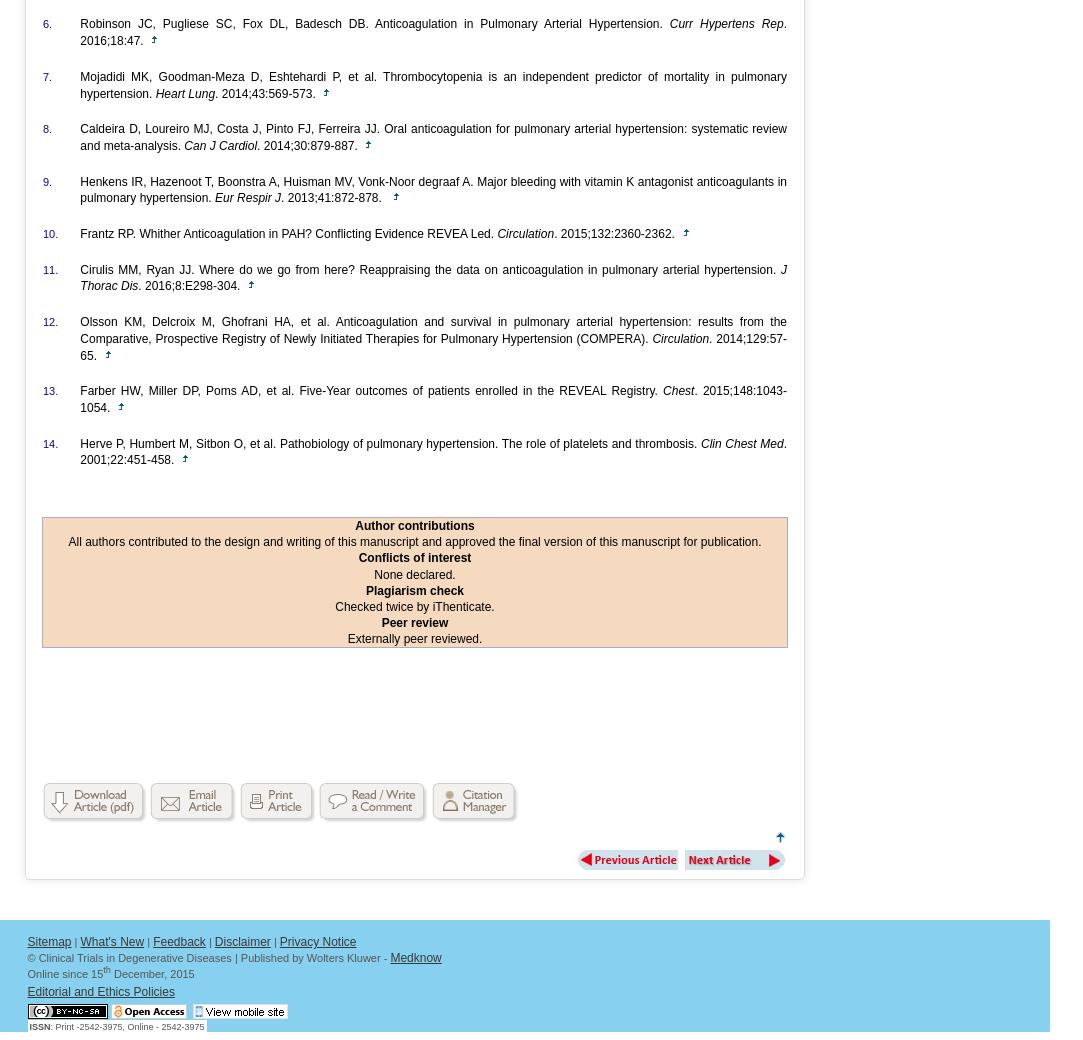 The image size is (1083, 1040). I want to click on 'Caldeira D, Loureiro MJ, Costa J, Pinto FJ, Ferreira JJ. Oral anticoagulation for pulmonary arterial hypertension: systematic review and meta-analysis.', so click(432, 137).